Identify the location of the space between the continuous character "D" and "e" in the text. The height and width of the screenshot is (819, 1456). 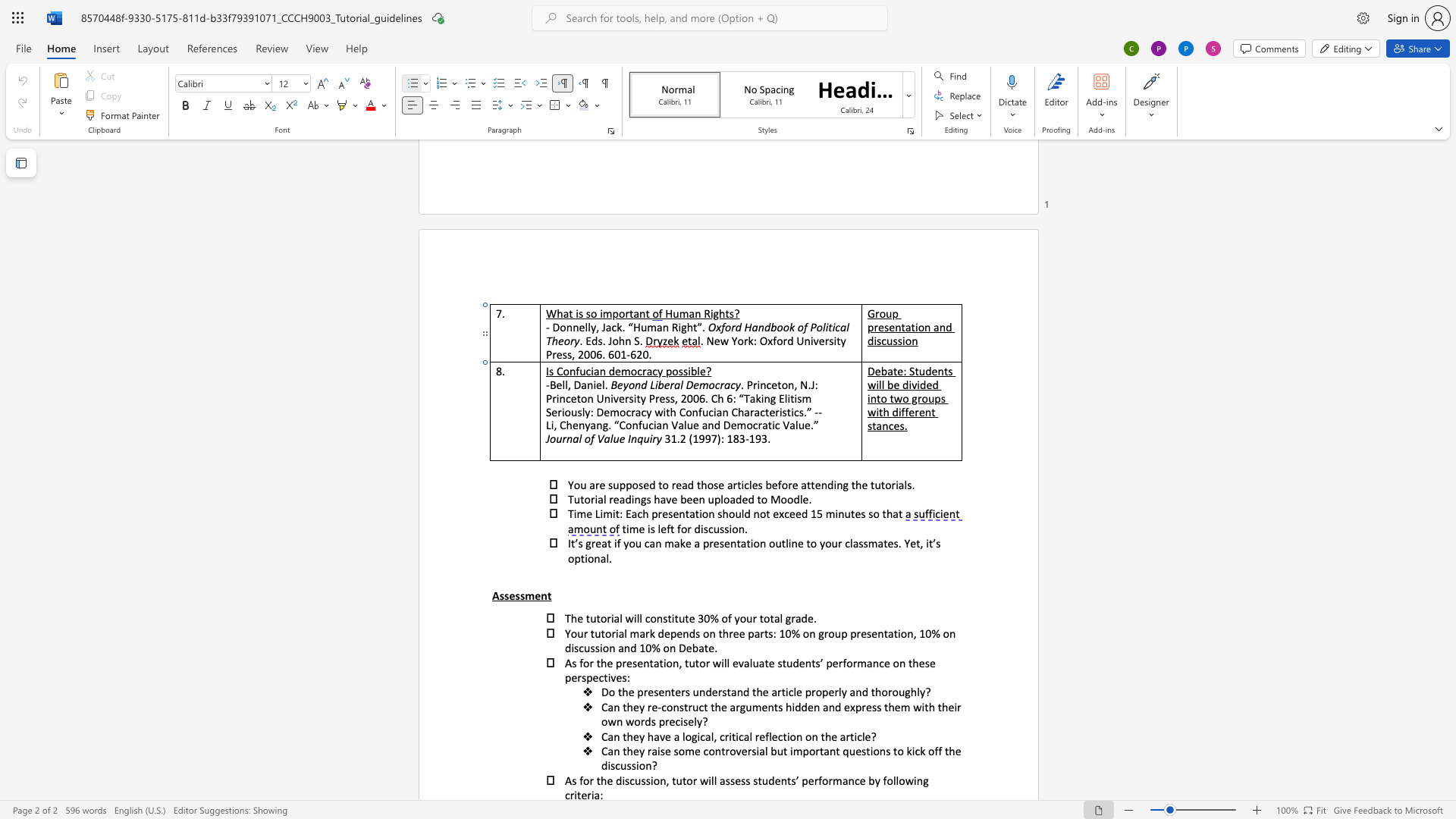
(685, 648).